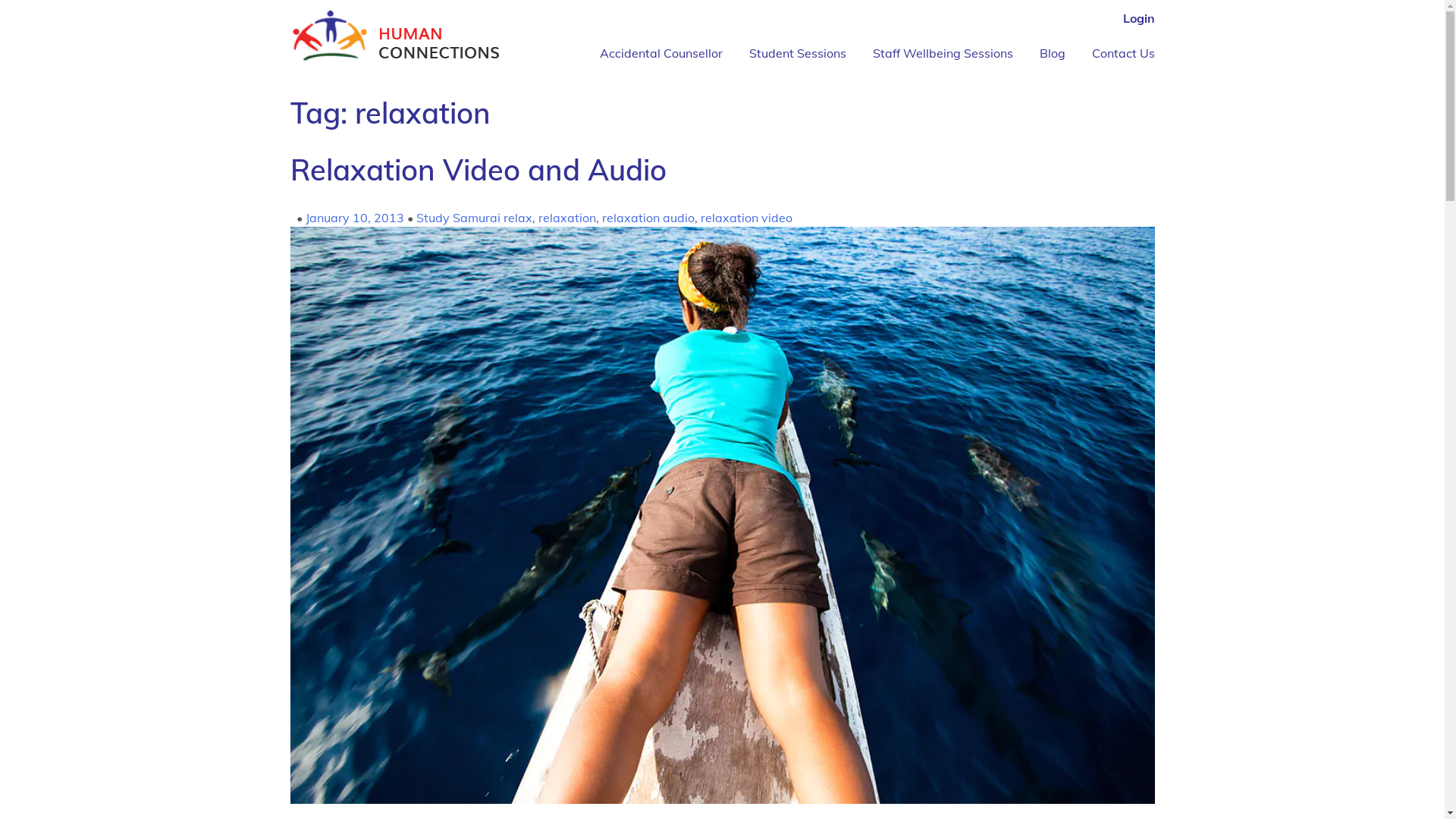 The image size is (1456, 819). I want to click on 'Student Sessions', so click(796, 52).